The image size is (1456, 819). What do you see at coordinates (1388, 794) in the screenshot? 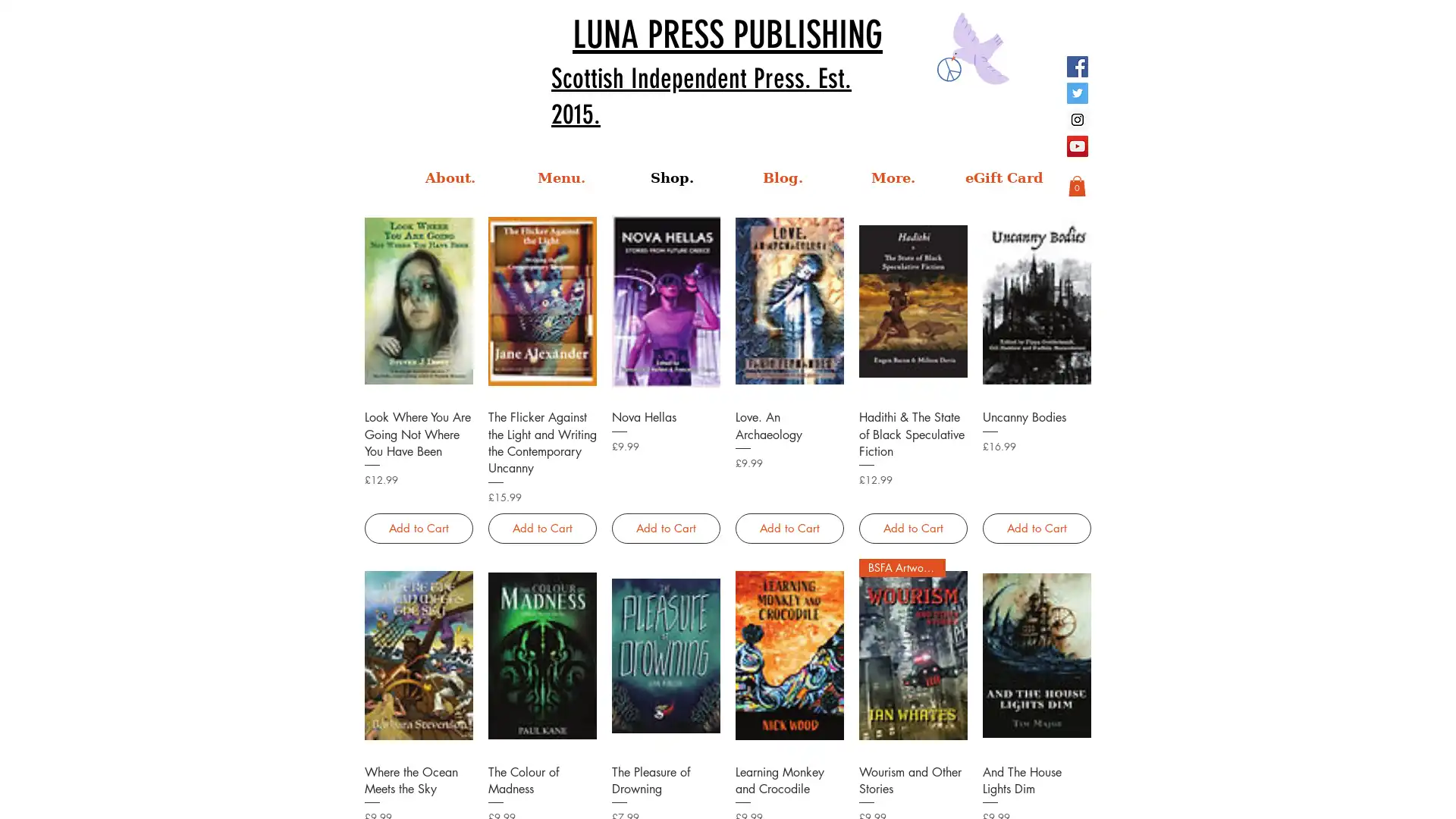
I see `Accept` at bounding box center [1388, 794].